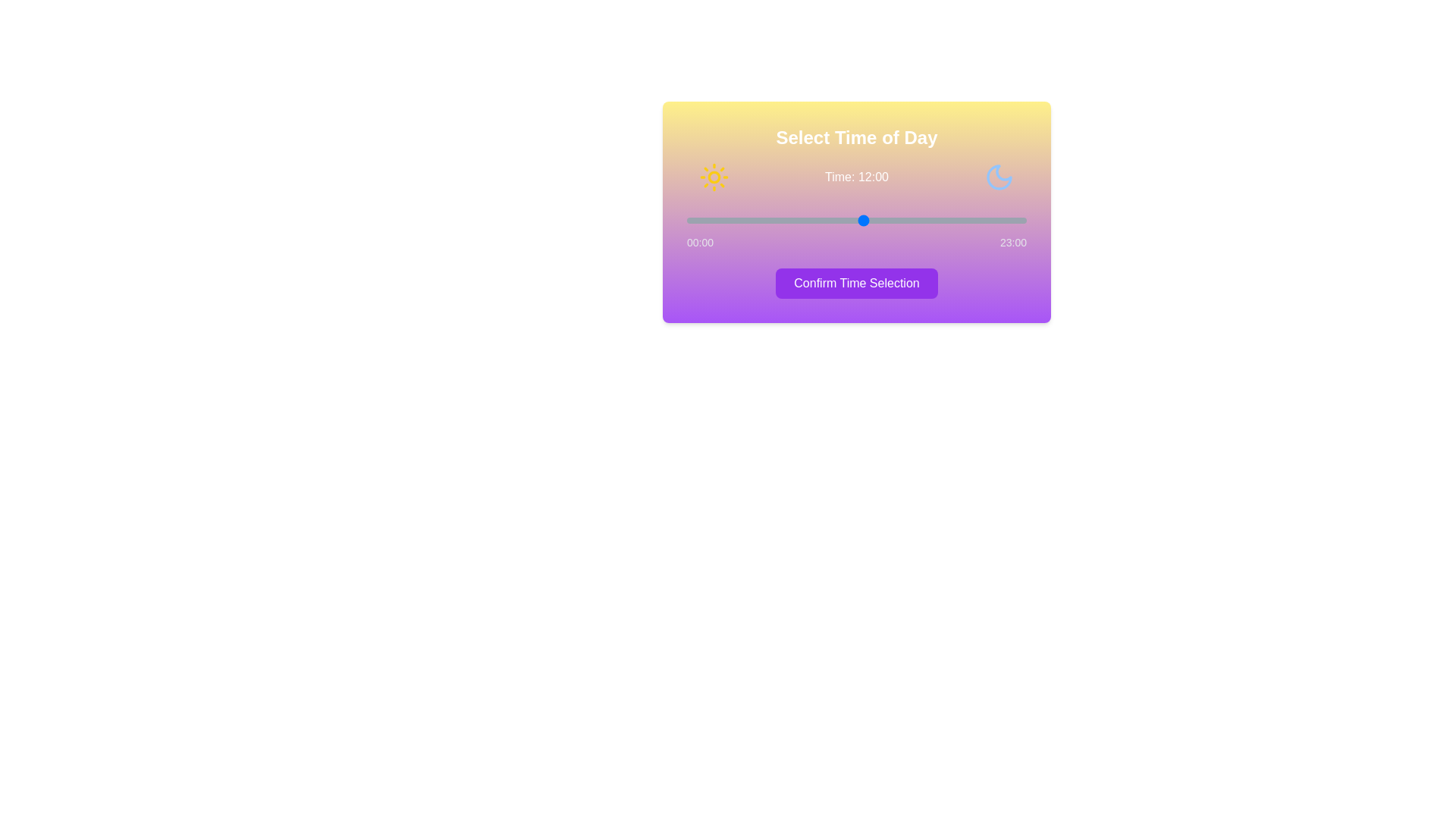 The height and width of the screenshot is (819, 1456). Describe the element at coordinates (716, 220) in the screenshot. I see `the time to 2 hour(s) by interacting with the slider` at that location.